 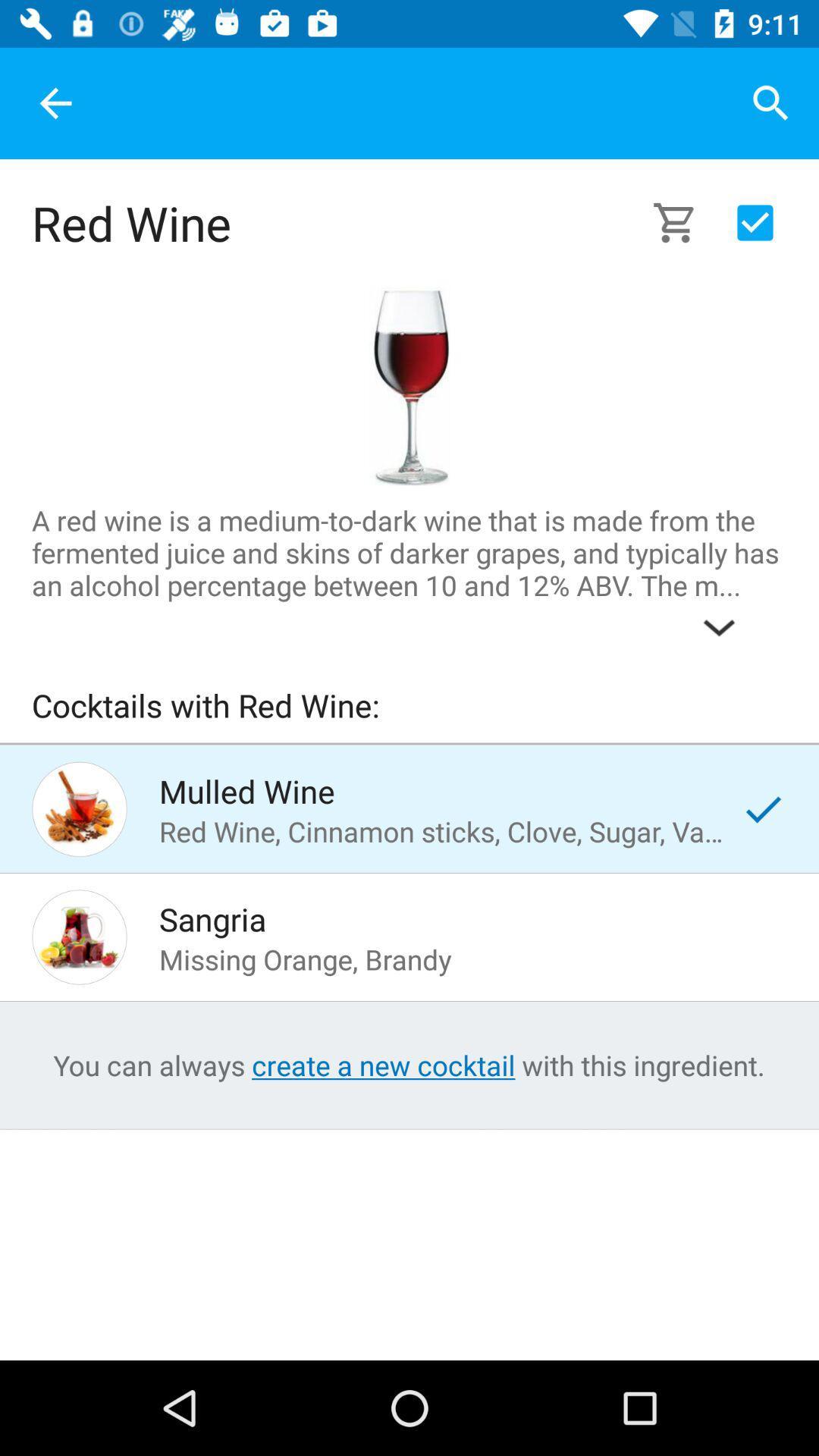 What do you see at coordinates (683, 221) in the screenshot?
I see `to cart` at bounding box center [683, 221].